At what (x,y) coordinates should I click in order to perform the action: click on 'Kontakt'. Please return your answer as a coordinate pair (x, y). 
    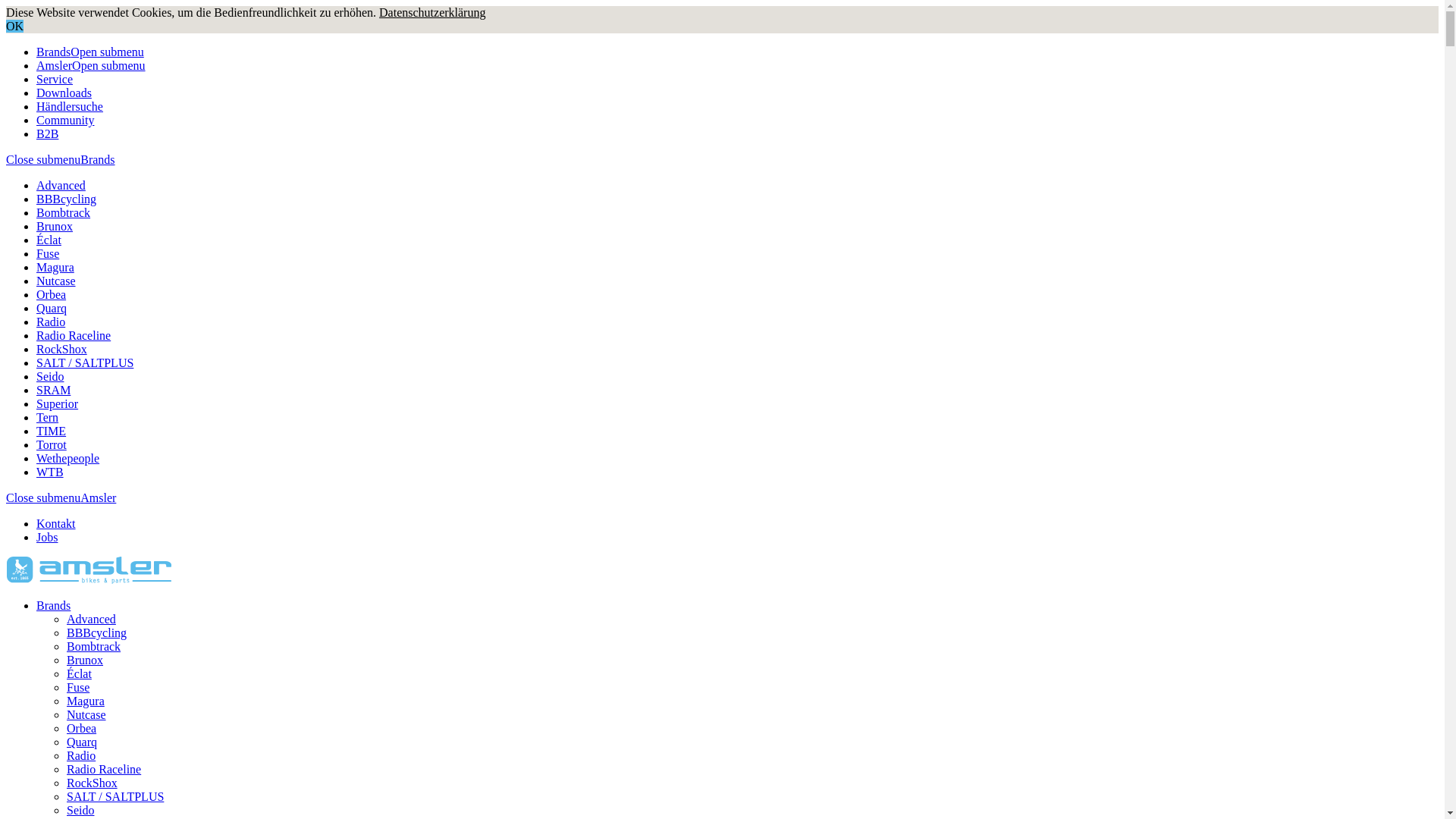
    Looking at the image, I should click on (55, 522).